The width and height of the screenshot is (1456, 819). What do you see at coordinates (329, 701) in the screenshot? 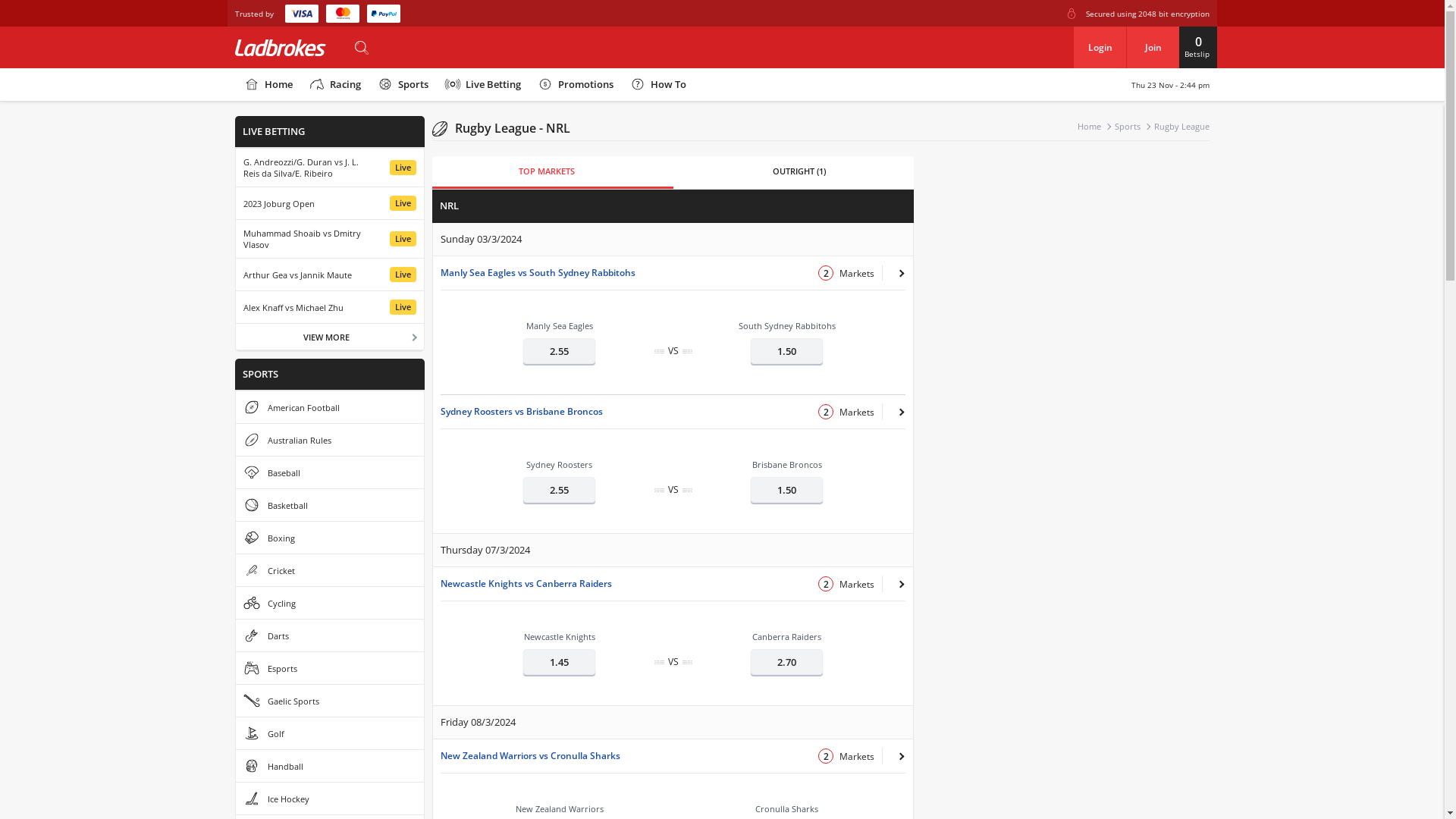
I see `'Gaelic Sports'` at bounding box center [329, 701].